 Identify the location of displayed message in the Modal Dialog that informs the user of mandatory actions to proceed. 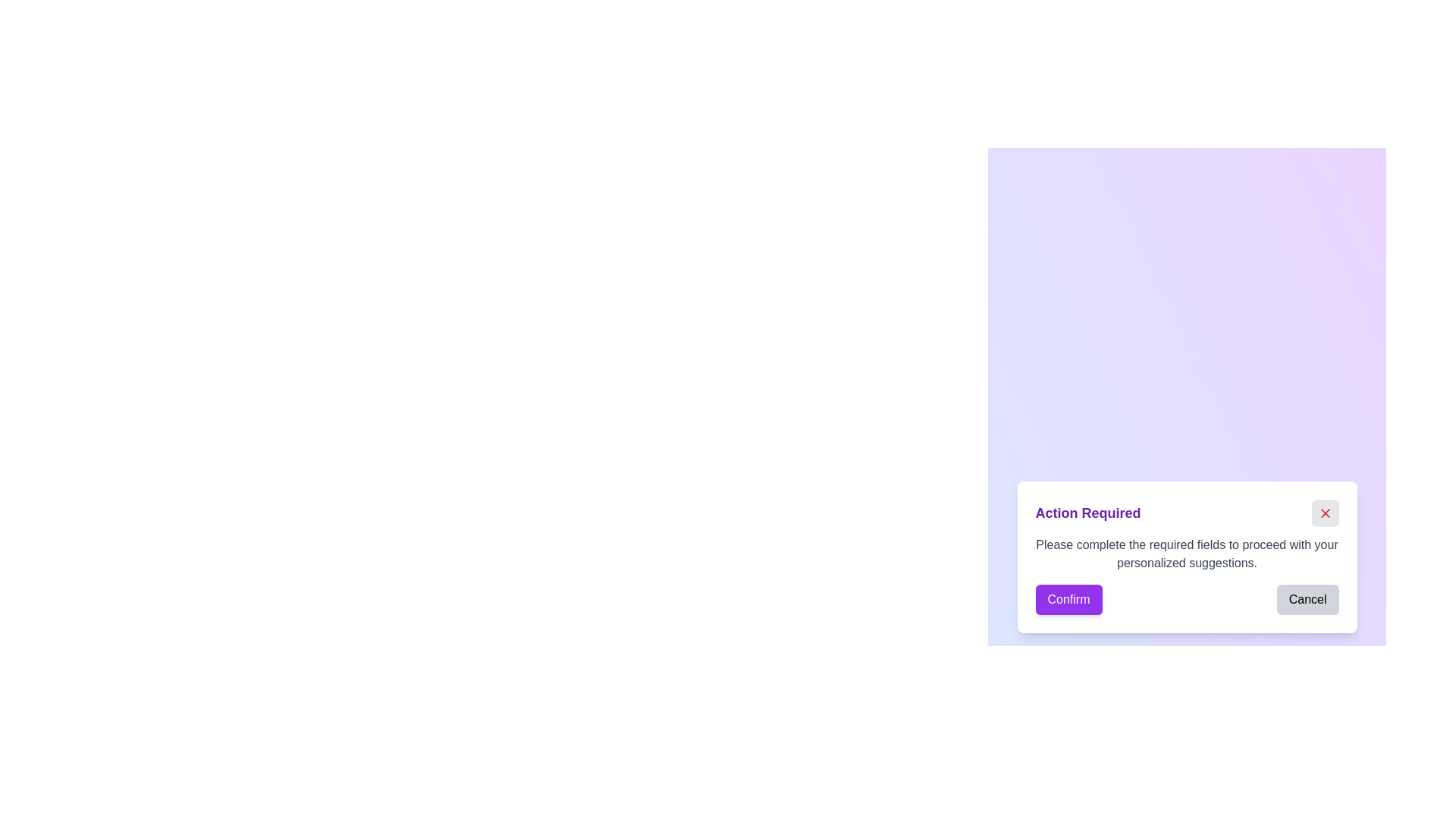
(1186, 557).